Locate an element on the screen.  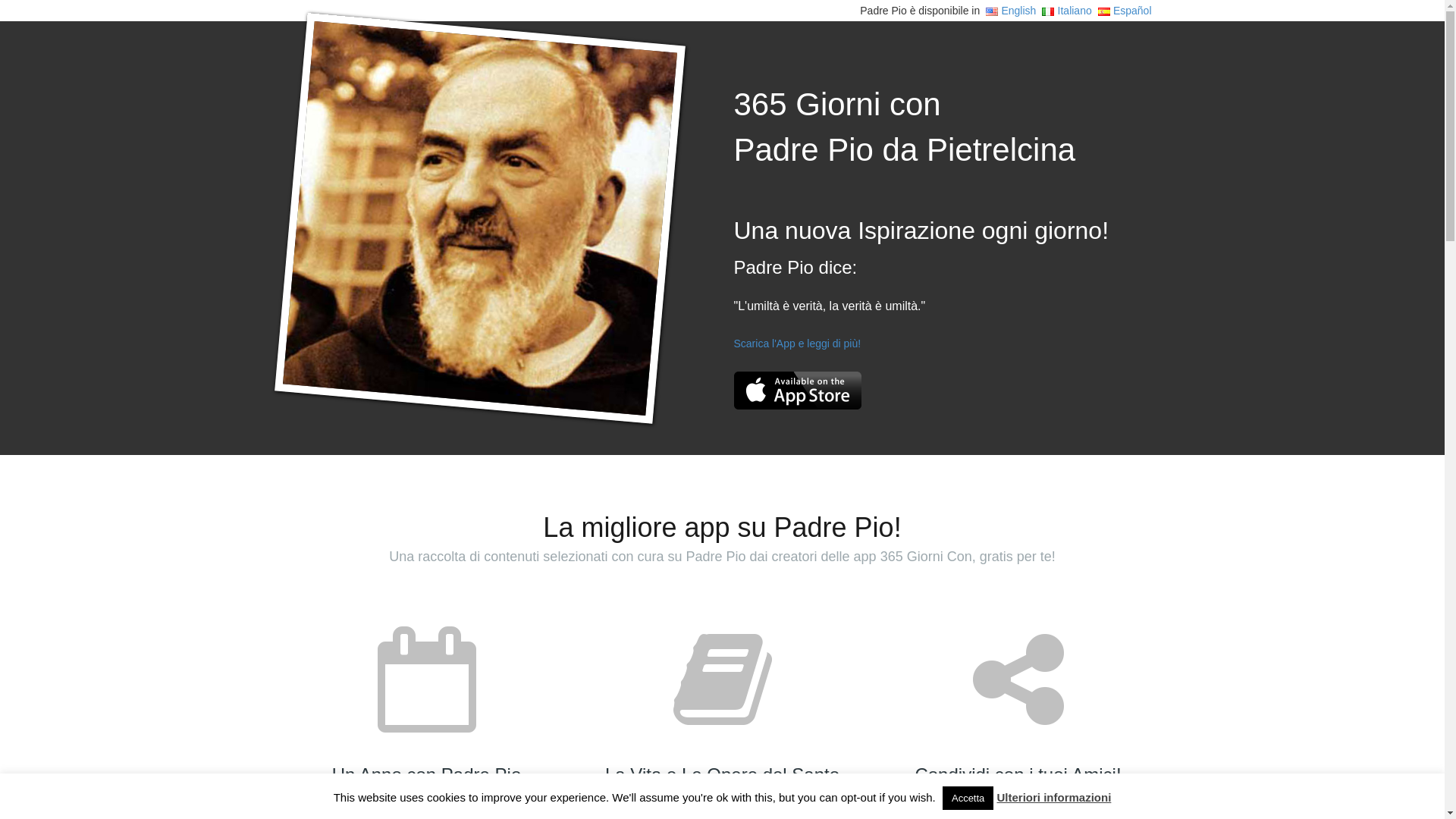
'Italiano' is located at coordinates (1065, 11).